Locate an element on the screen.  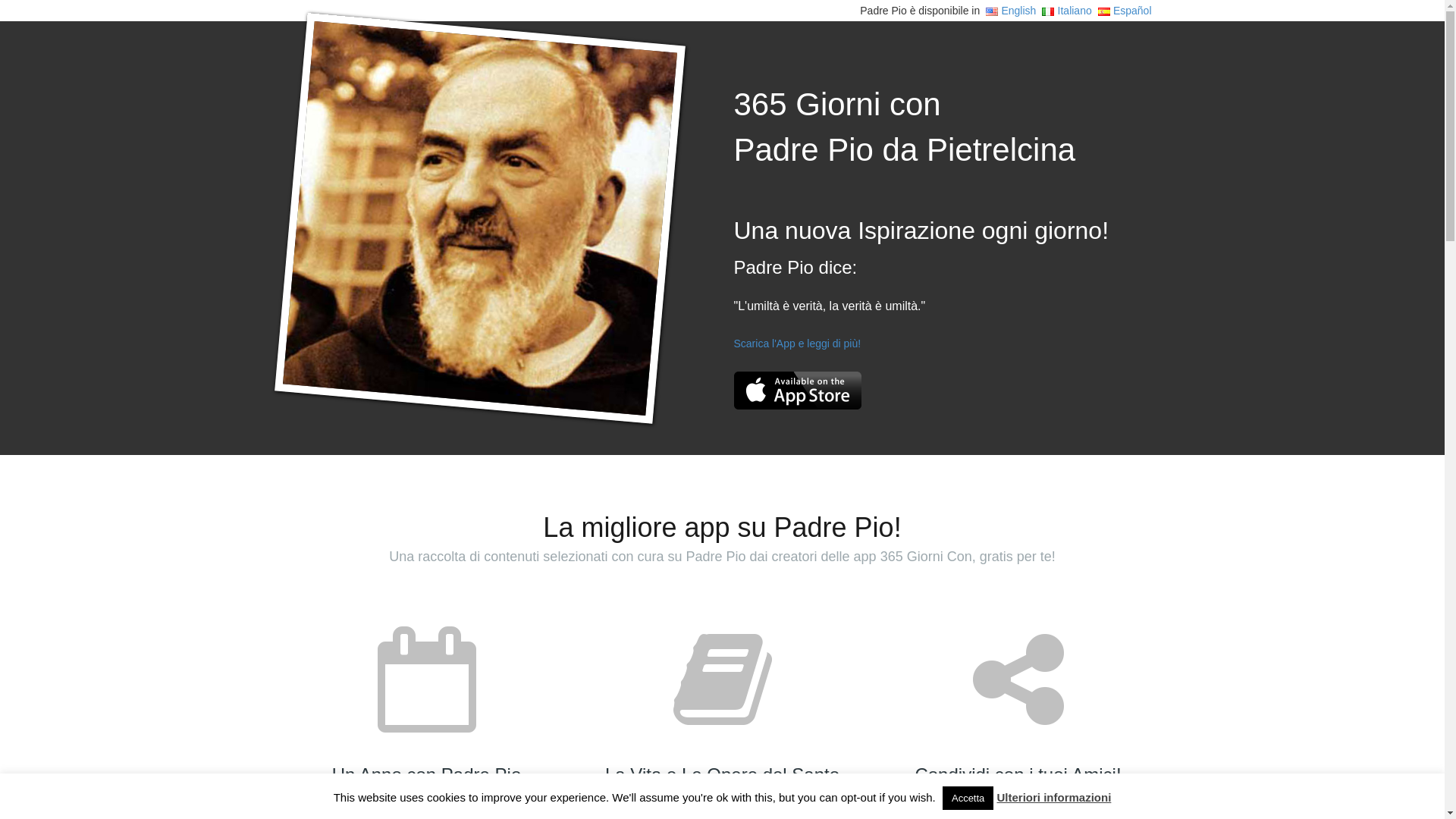
'Italiano' is located at coordinates (1065, 11).